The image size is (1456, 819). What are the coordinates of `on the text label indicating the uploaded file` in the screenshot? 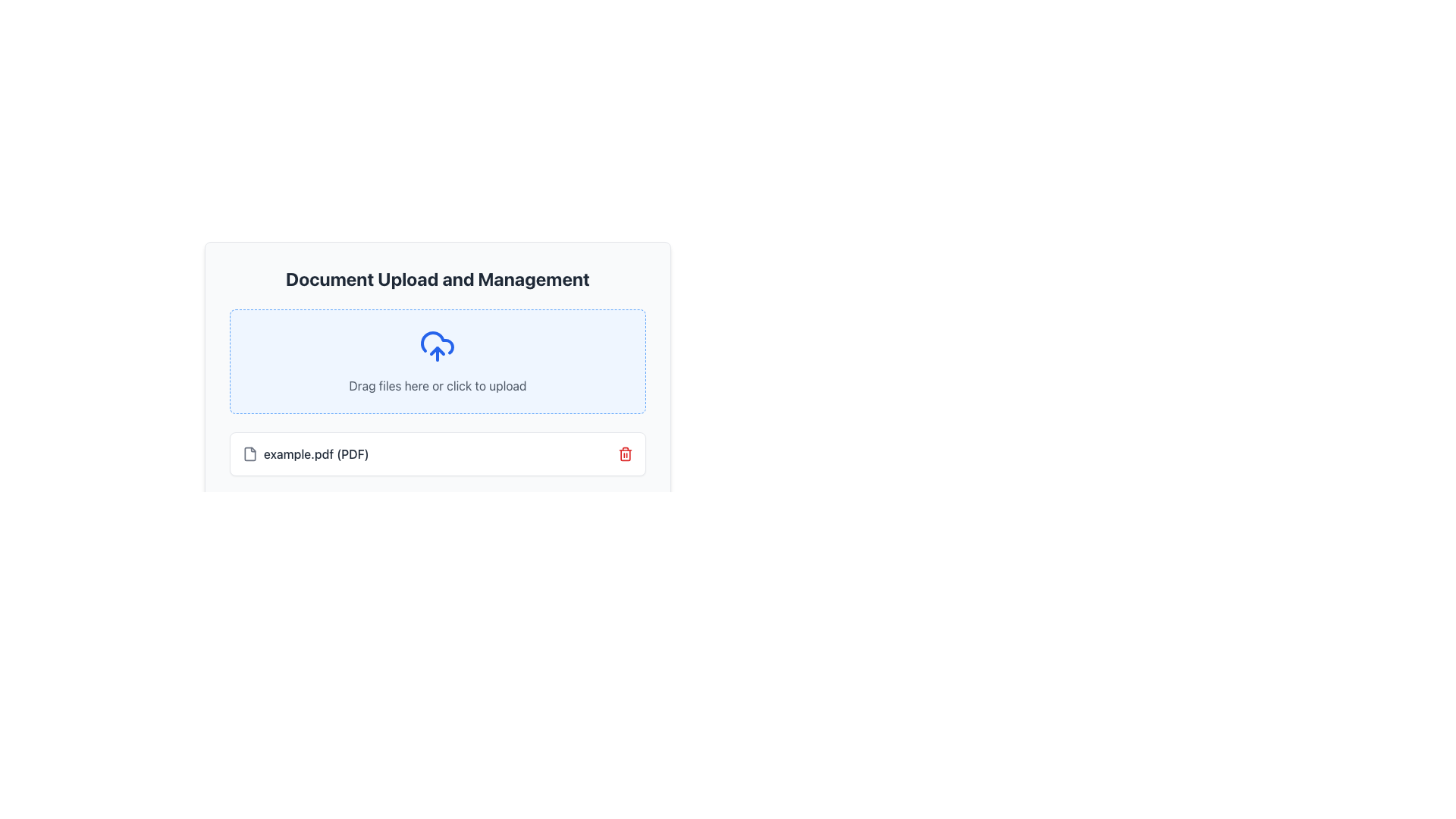 It's located at (305, 453).